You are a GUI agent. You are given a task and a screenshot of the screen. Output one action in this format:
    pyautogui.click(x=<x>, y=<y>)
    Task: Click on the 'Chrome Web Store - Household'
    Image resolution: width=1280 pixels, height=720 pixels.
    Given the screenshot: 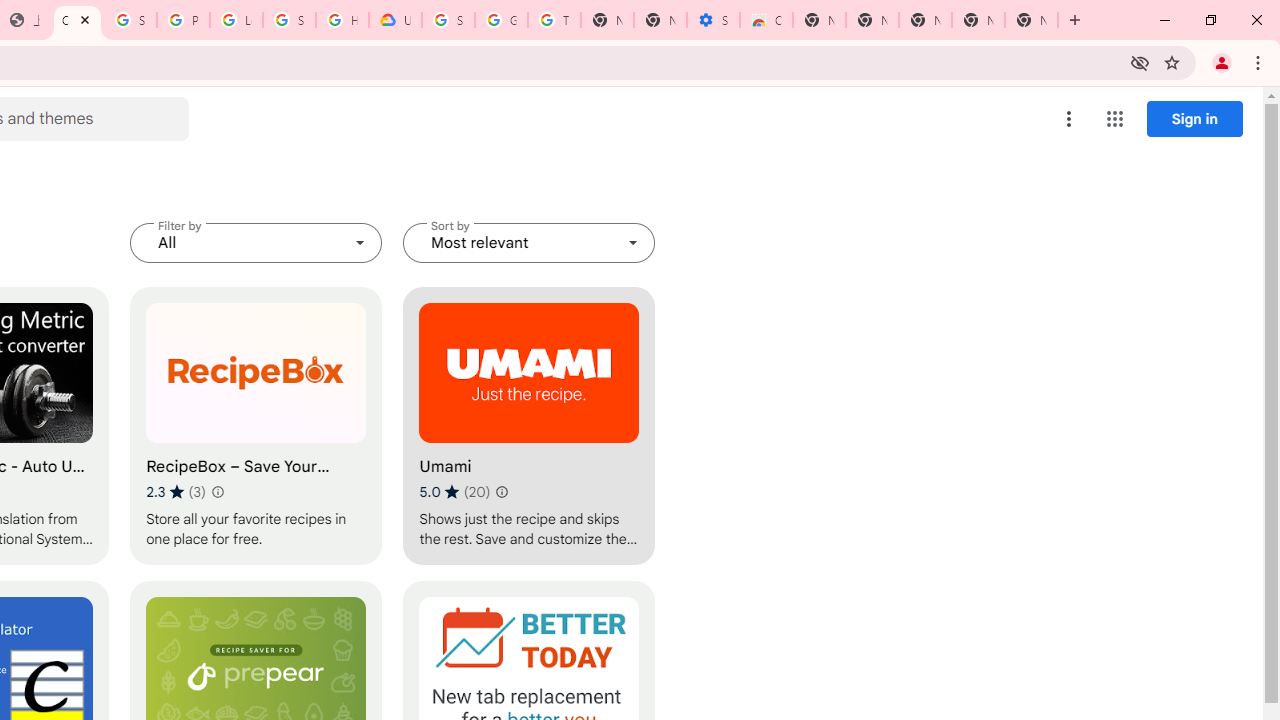 What is the action you would take?
    pyautogui.click(x=77, y=20)
    